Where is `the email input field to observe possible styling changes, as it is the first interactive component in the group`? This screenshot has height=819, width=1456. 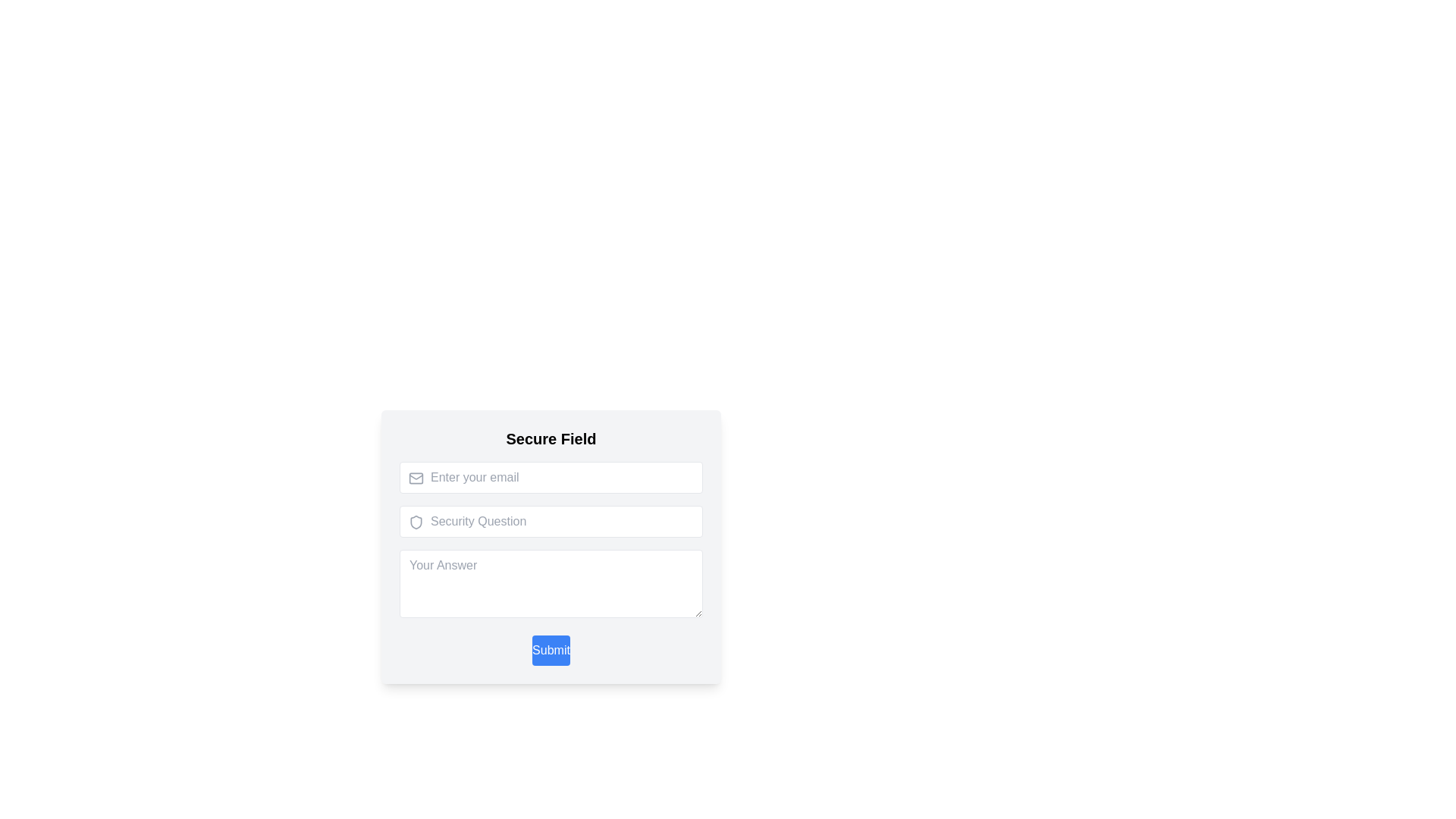 the email input field to observe possible styling changes, as it is the first interactive component in the group is located at coordinates (550, 476).